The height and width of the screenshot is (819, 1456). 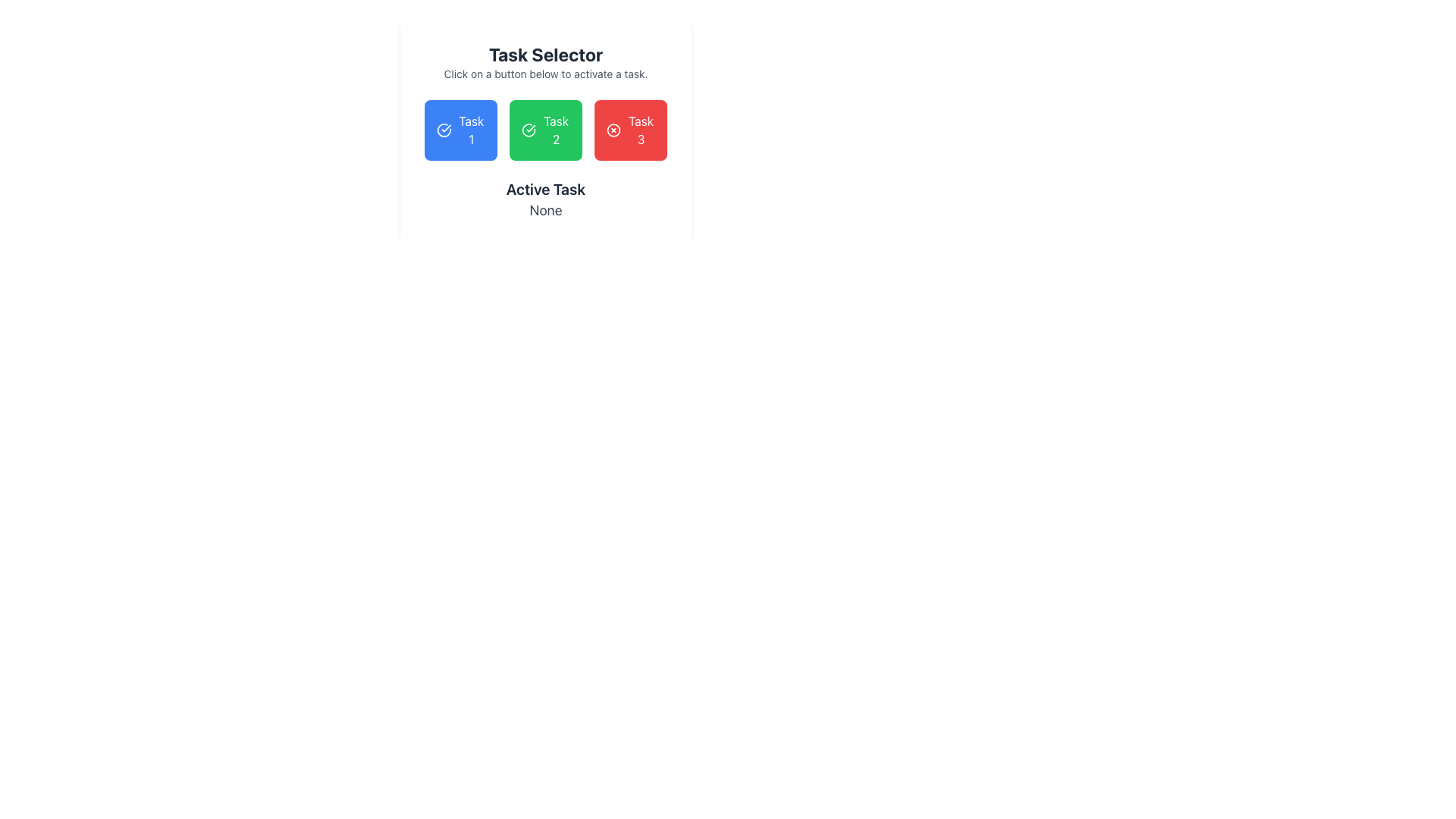 What do you see at coordinates (546, 189) in the screenshot?
I see `the informational title text indicating the currently active task, which is located in the lower section of the interface above the sibling element labeled 'None'` at bounding box center [546, 189].